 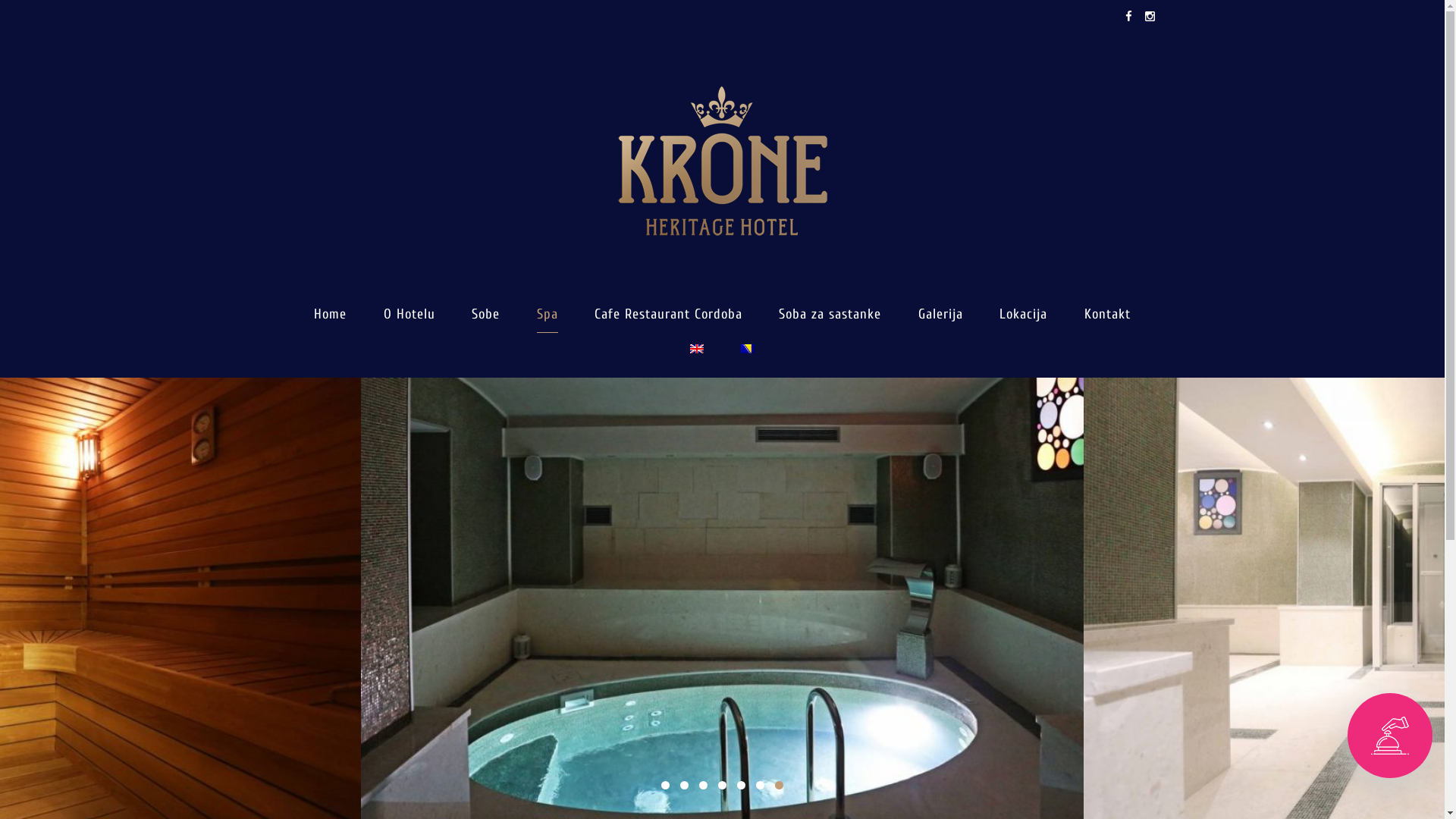 I want to click on 'Lokacija', so click(x=999, y=314).